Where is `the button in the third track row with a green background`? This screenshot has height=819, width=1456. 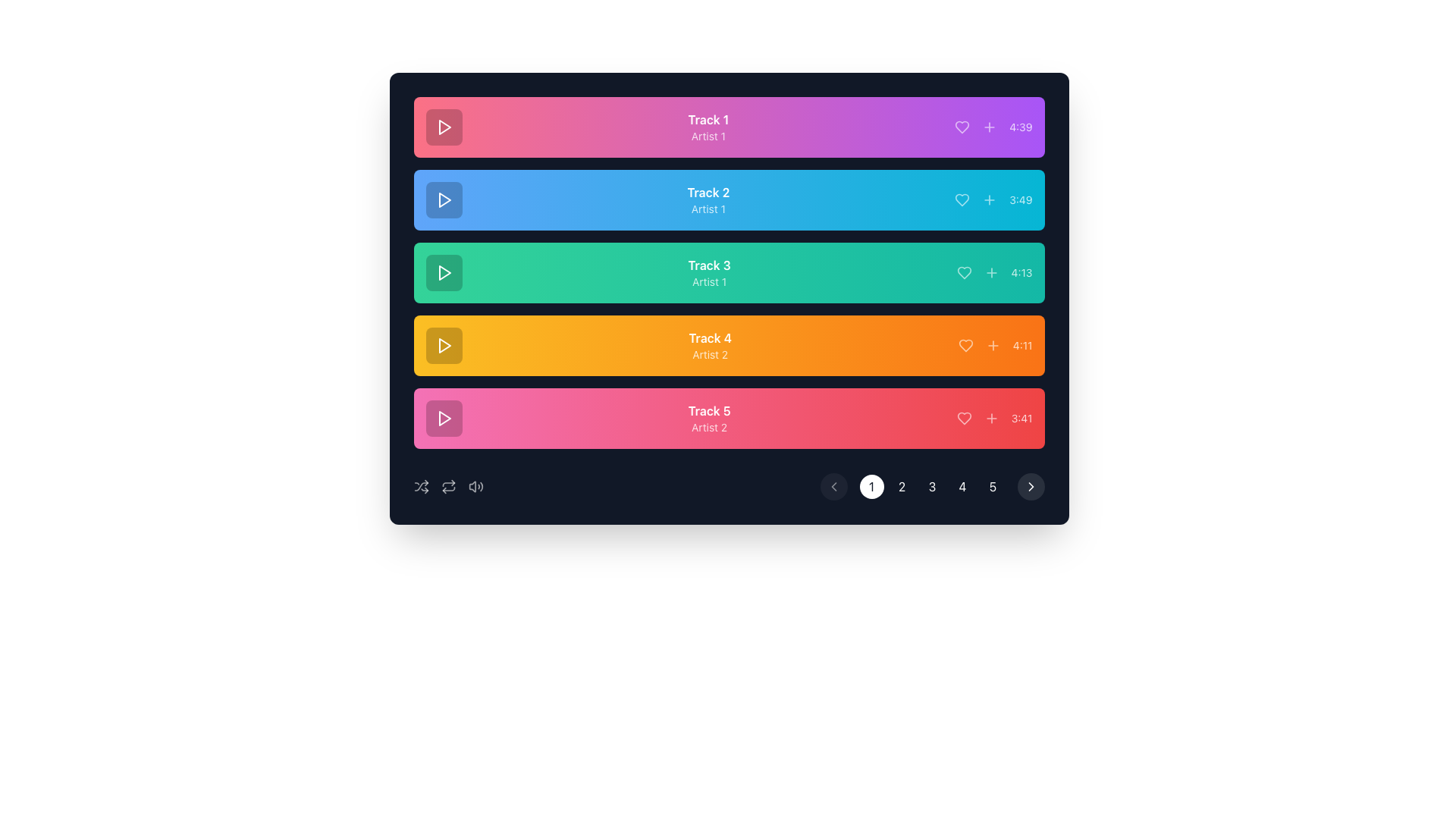
the button in the third track row with a green background is located at coordinates (991, 271).